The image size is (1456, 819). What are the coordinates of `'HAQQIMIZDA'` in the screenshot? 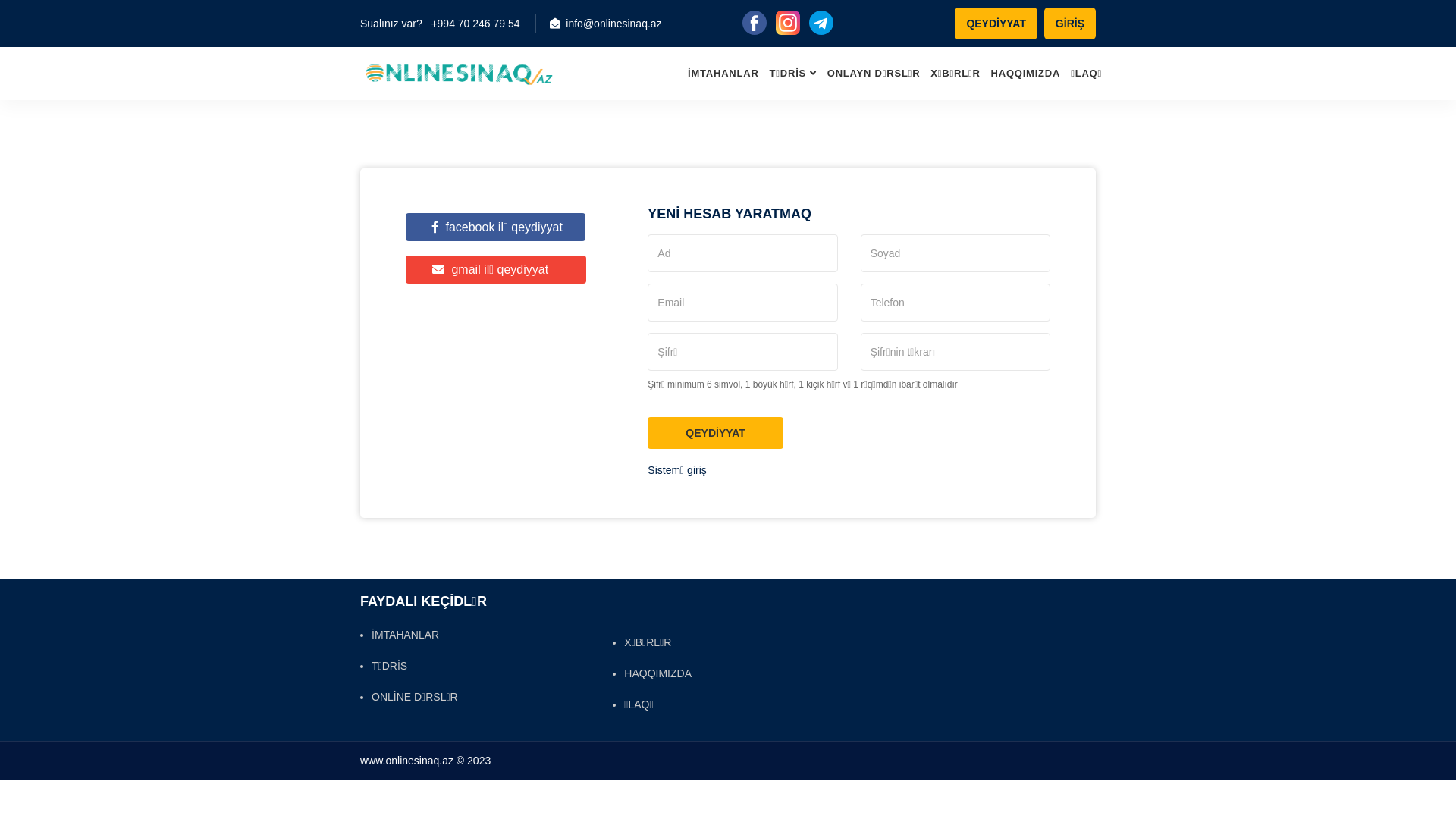 It's located at (1026, 73).